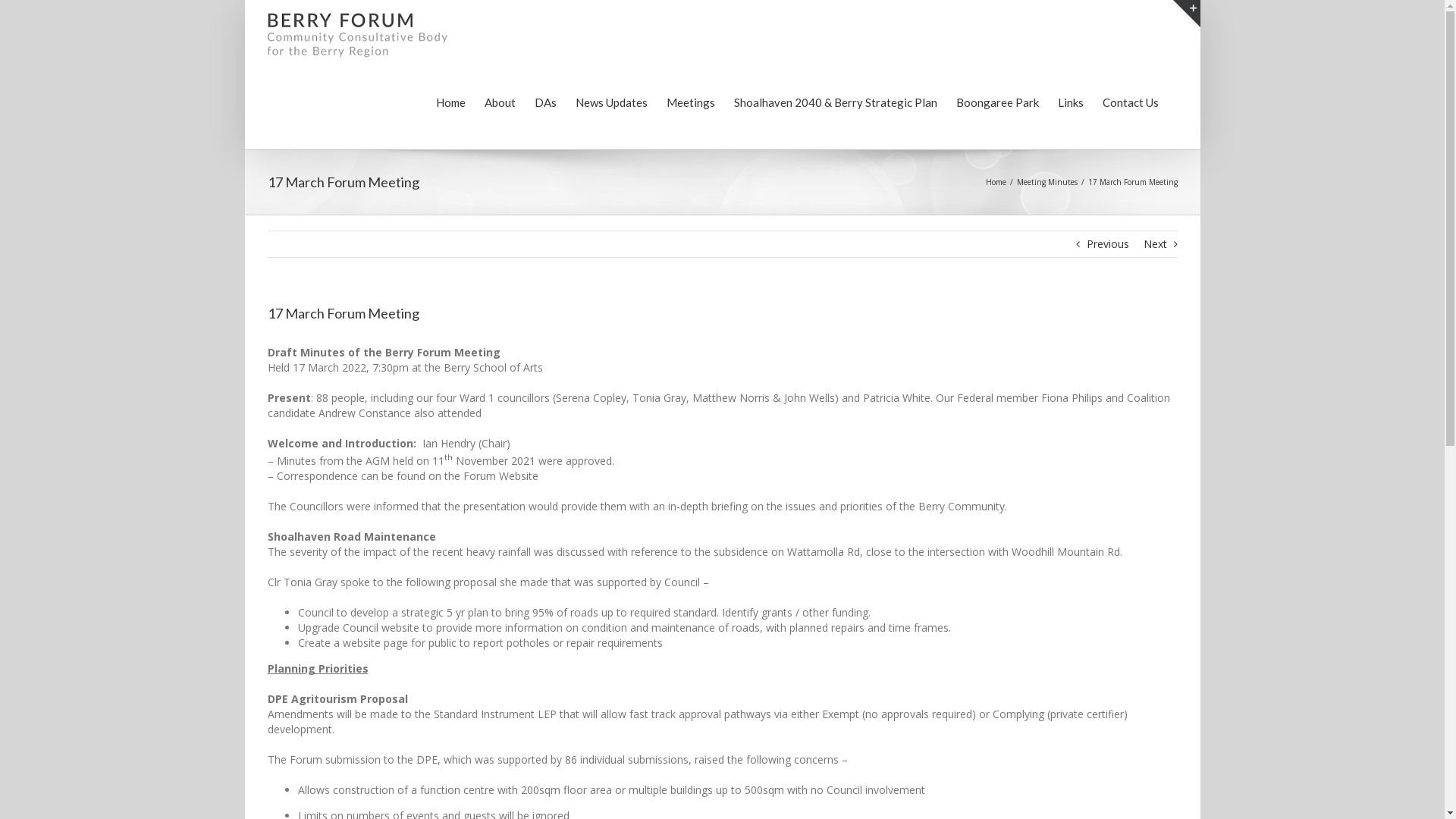 Image resolution: width=1456 pixels, height=819 pixels. Describe the element at coordinates (499, 102) in the screenshot. I see `'About'` at that location.